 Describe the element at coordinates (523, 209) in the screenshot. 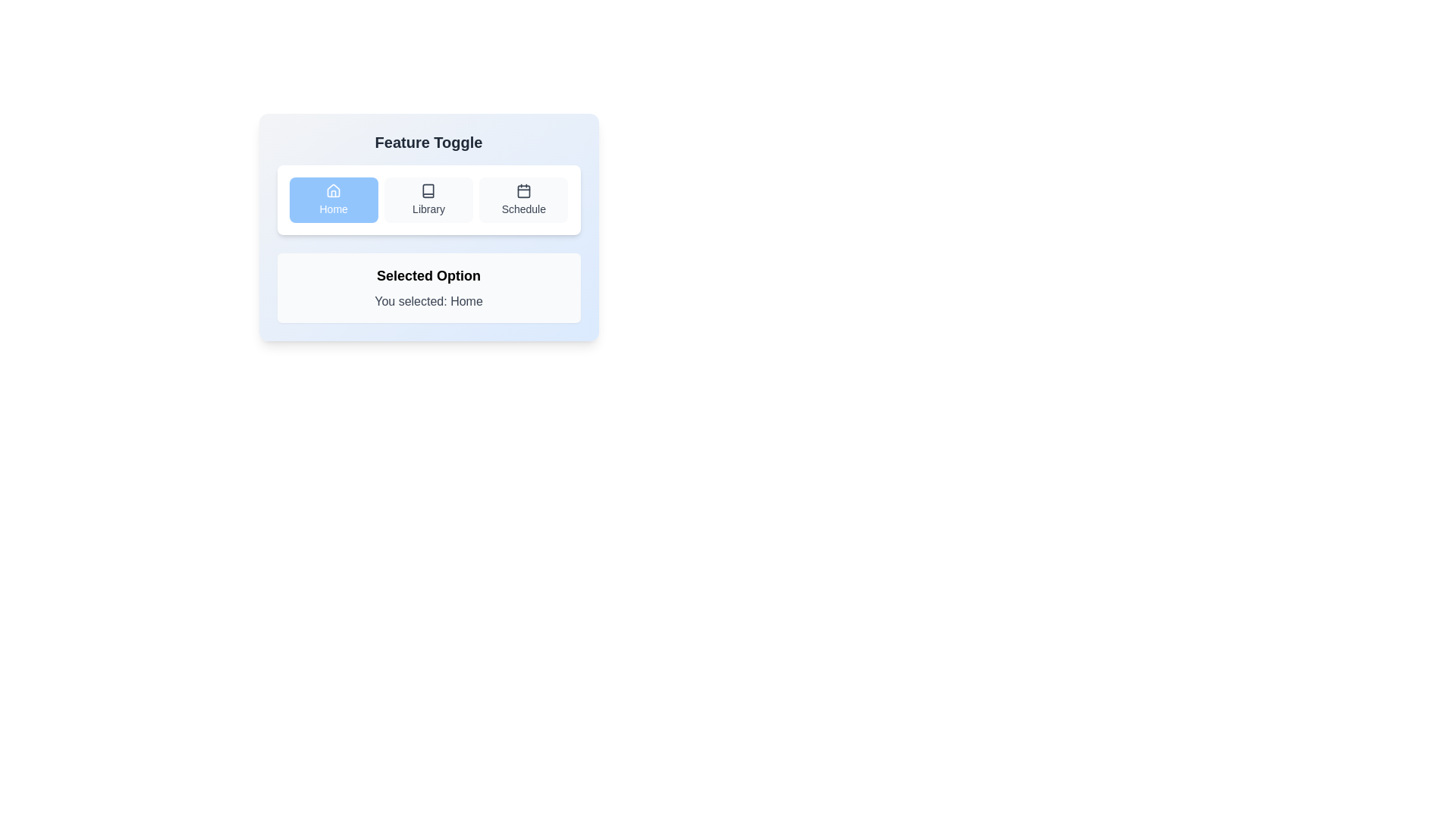

I see `the text label for the third option in the interactive list, which is styled as a button with rounded edges and a light gray background, located to the right of 'Home' and 'Library'` at that location.